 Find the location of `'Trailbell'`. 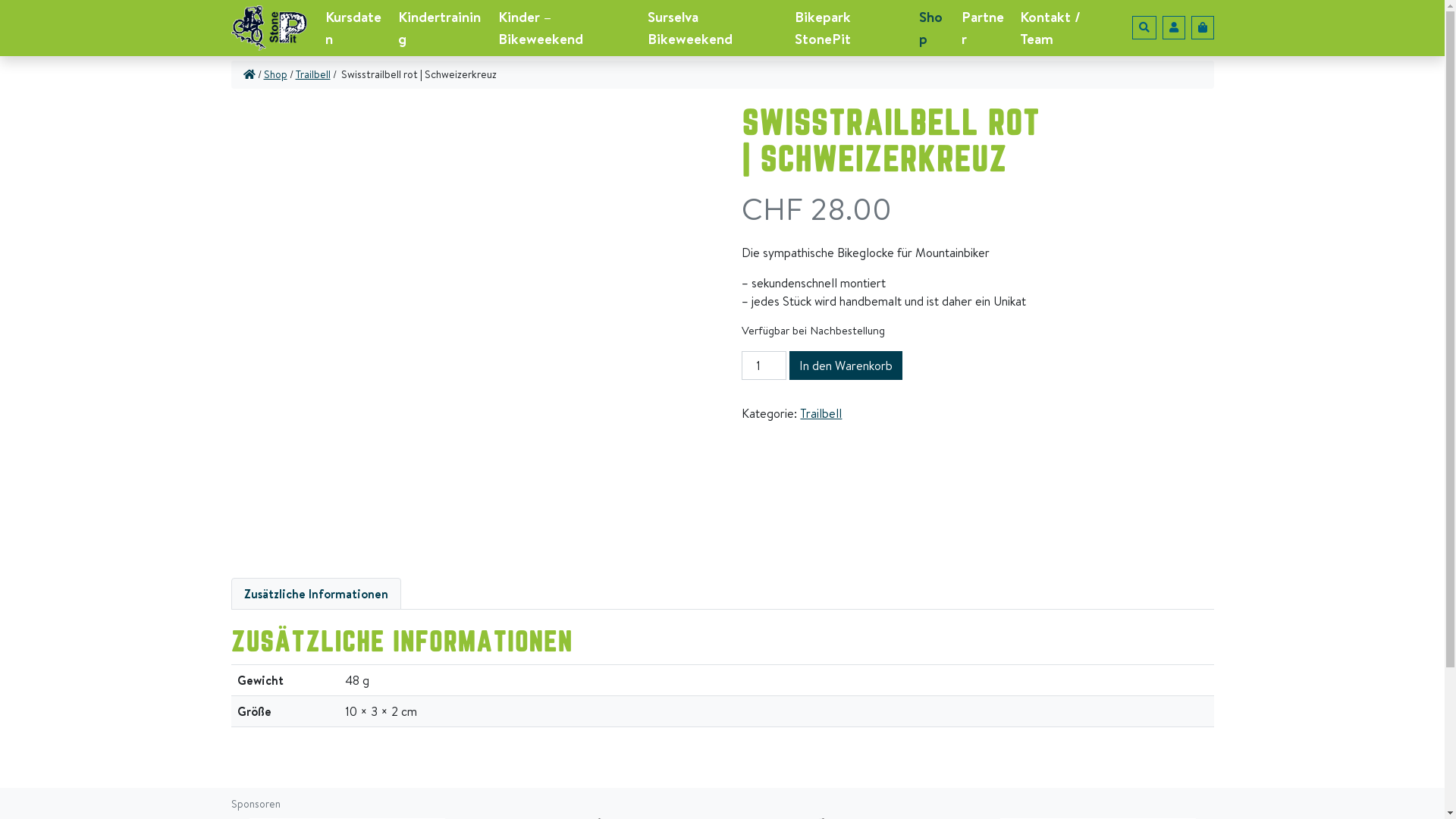

'Trailbell' is located at coordinates (312, 74).